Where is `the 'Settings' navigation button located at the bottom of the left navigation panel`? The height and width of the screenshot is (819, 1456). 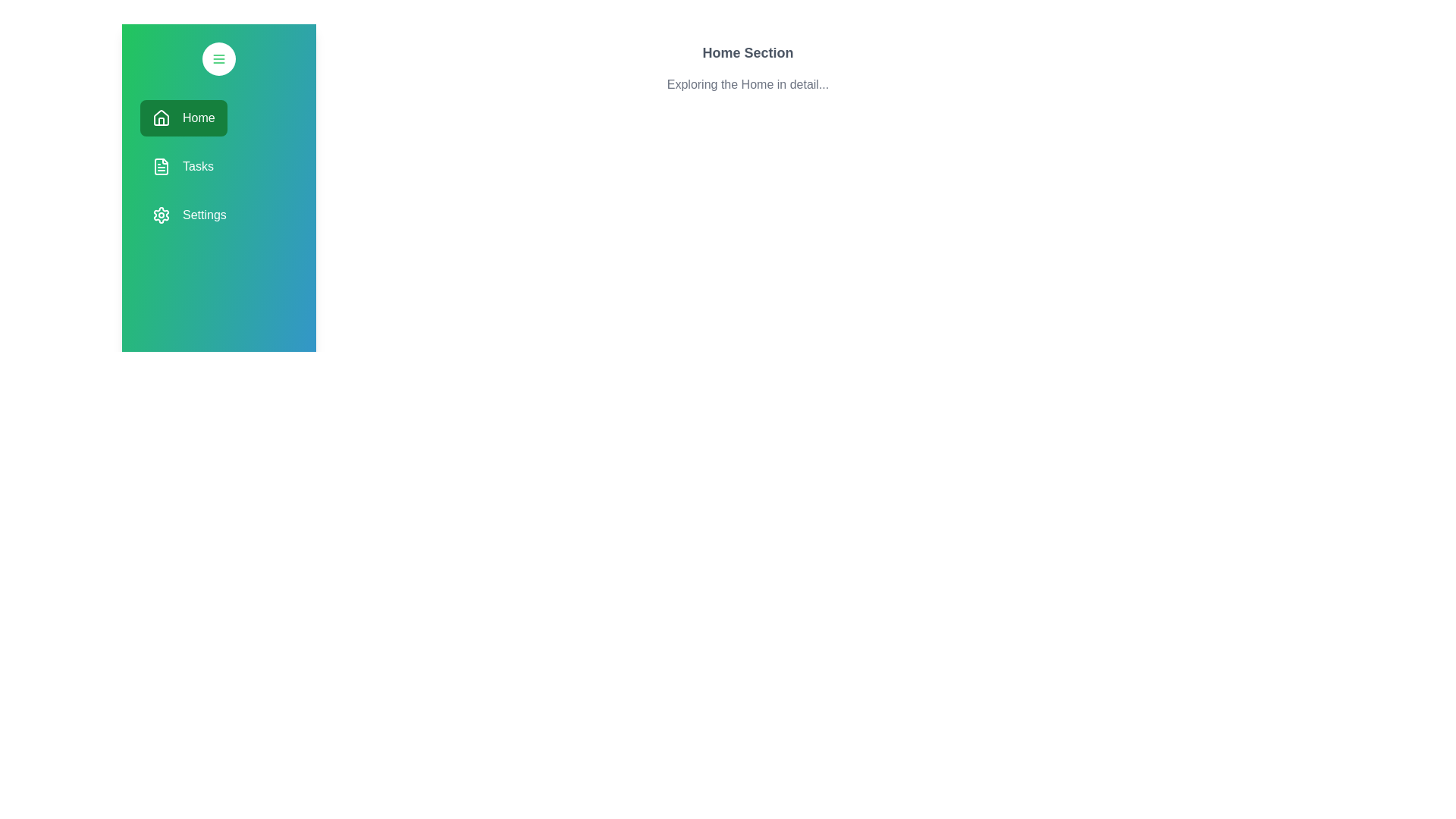 the 'Settings' navigation button located at the bottom of the left navigation panel is located at coordinates (188, 215).